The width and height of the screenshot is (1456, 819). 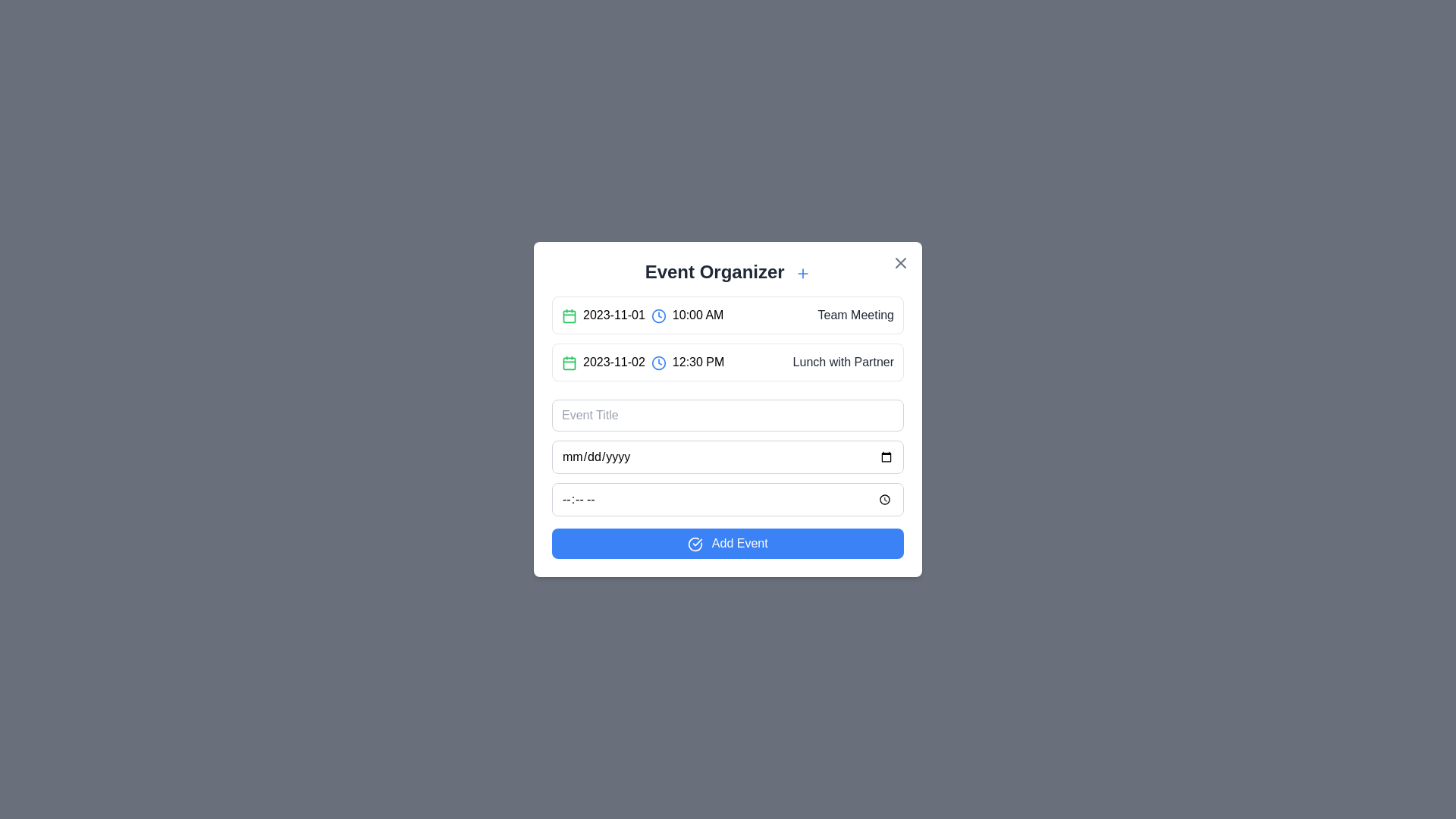 I want to click on calendar icon's main body located at the leftmost position in the second row of the event list, so click(x=568, y=315).